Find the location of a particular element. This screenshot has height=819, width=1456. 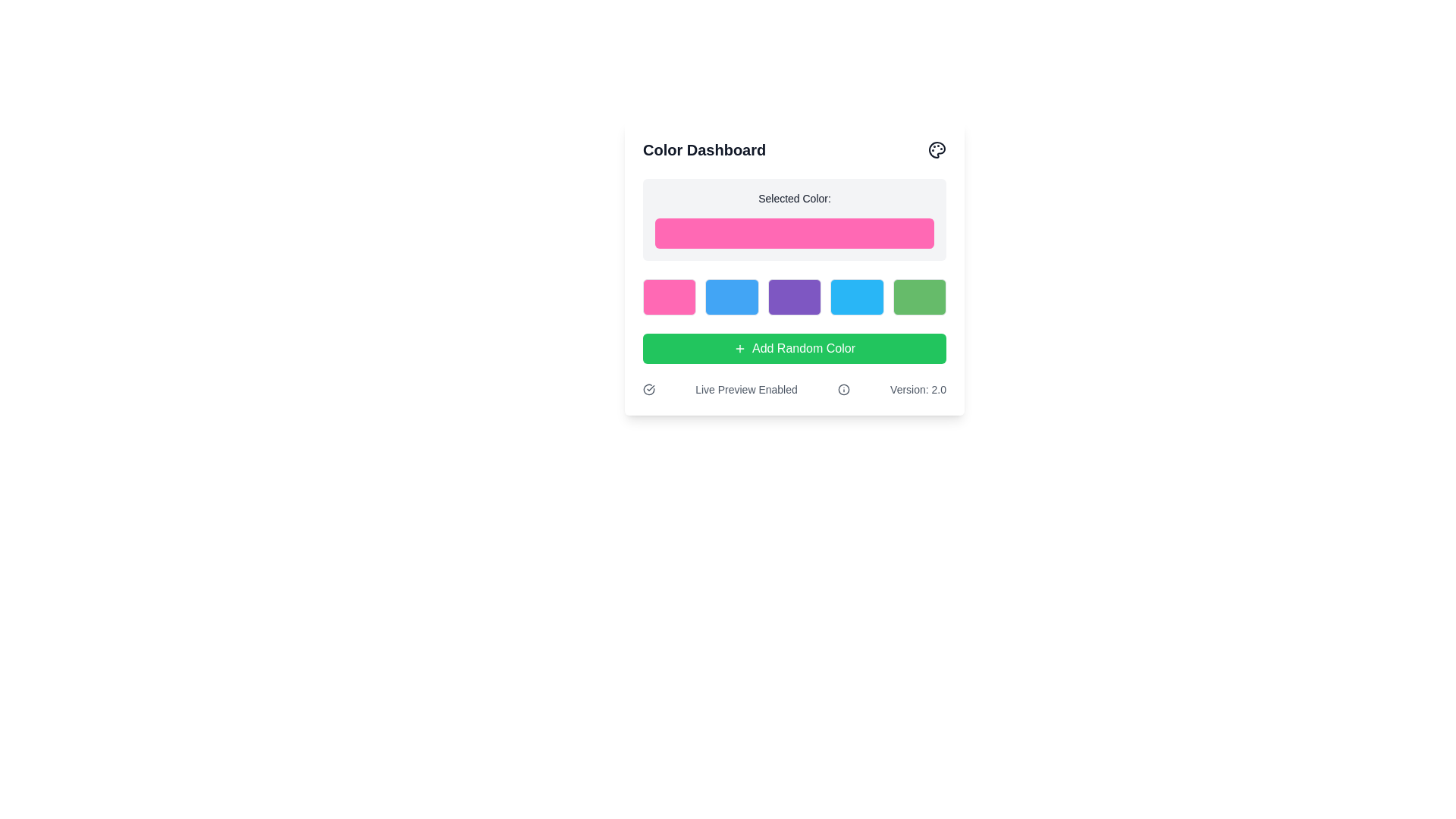

the success indication icon associated with 'Live Preview Enabled', located to the left of the 'Add Random Color' button is located at coordinates (648, 388).